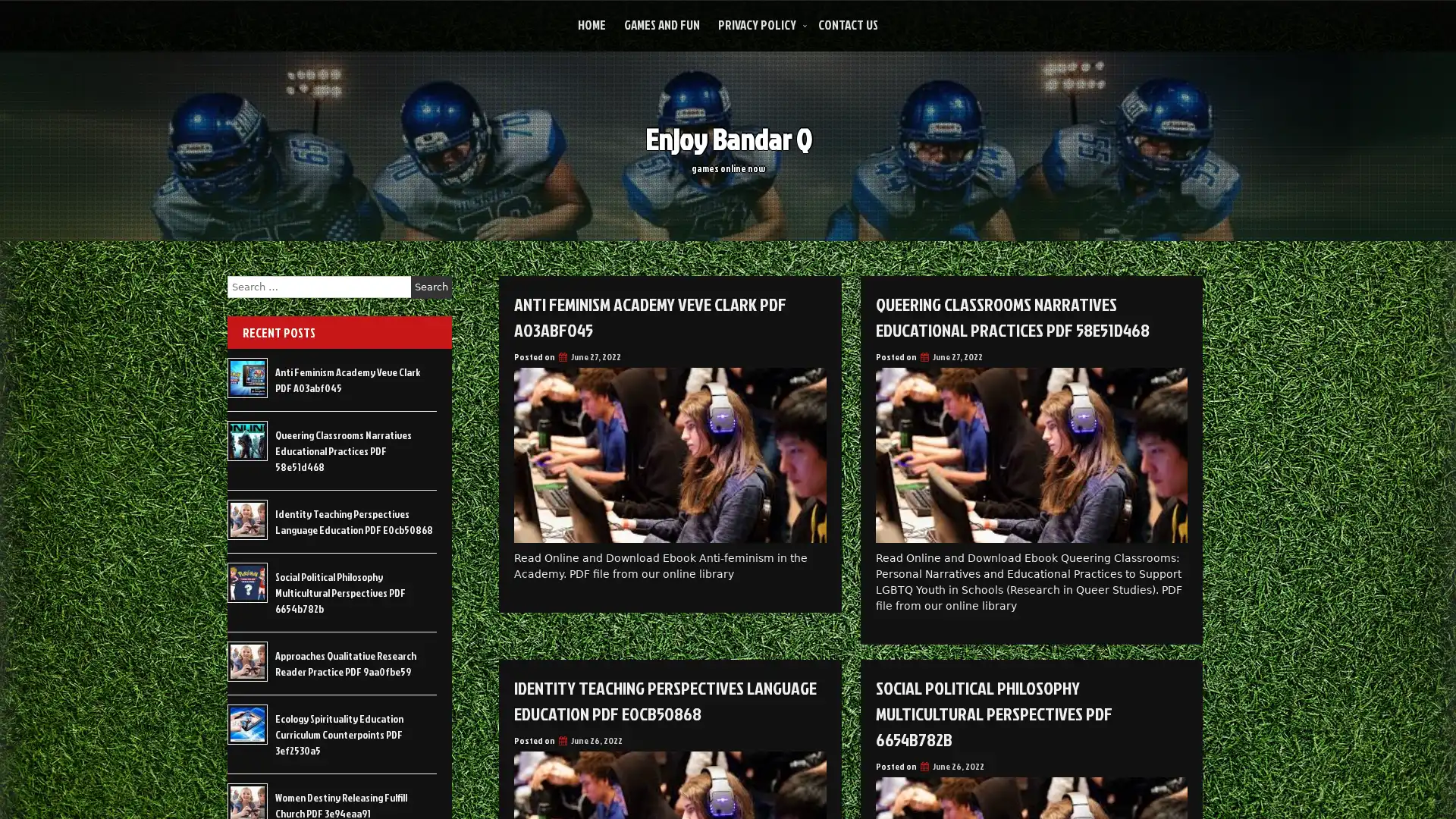  What do you see at coordinates (431, 287) in the screenshot?
I see `Search` at bounding box center [431, 287].